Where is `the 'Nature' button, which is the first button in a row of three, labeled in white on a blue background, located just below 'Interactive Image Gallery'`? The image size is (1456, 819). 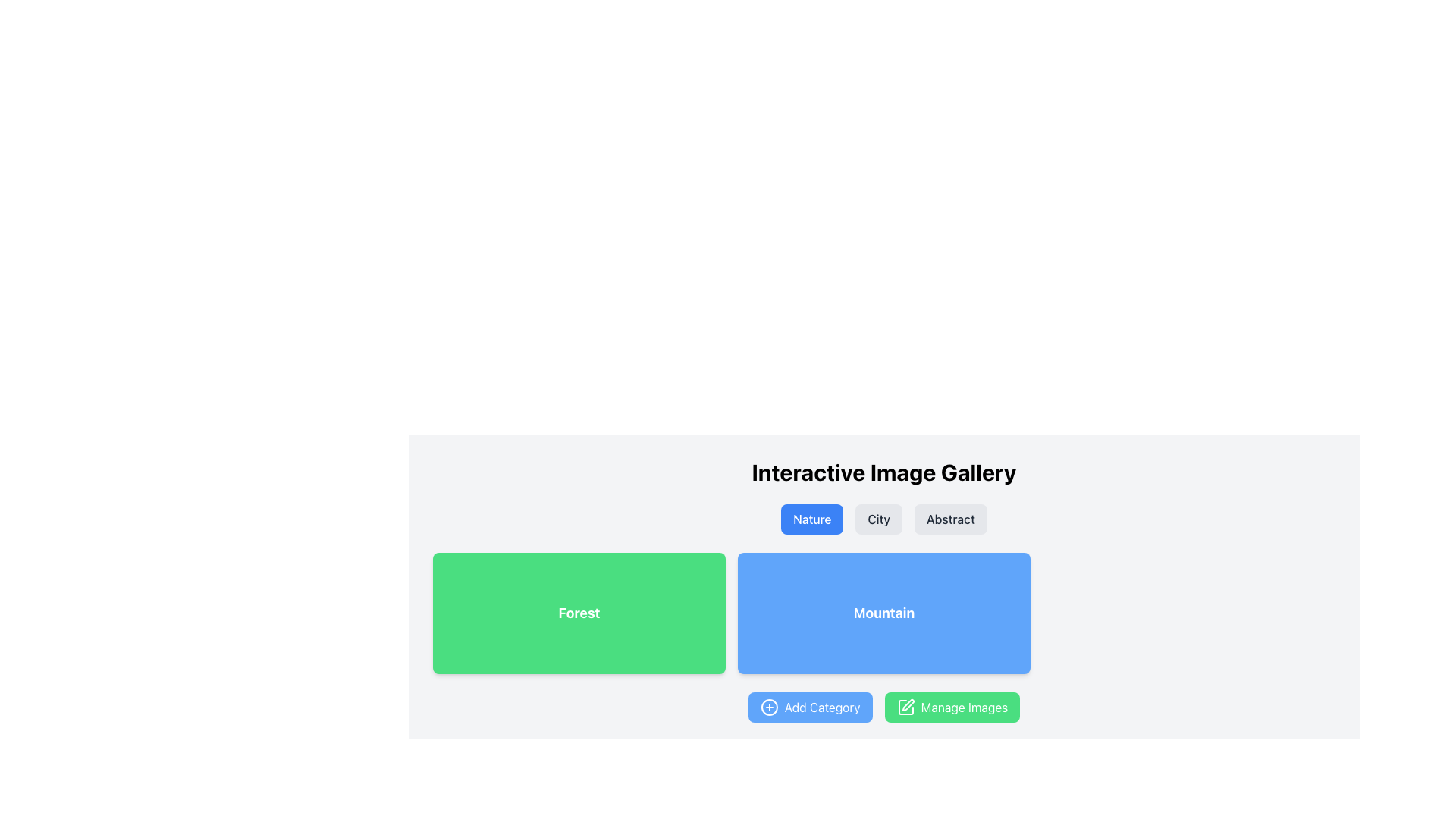 the 'Nature' button, which is the first button in a row of three, labeled in white on a blue background, located just below 'Interactive Image Gallery' is located at coordinates (811, 519).